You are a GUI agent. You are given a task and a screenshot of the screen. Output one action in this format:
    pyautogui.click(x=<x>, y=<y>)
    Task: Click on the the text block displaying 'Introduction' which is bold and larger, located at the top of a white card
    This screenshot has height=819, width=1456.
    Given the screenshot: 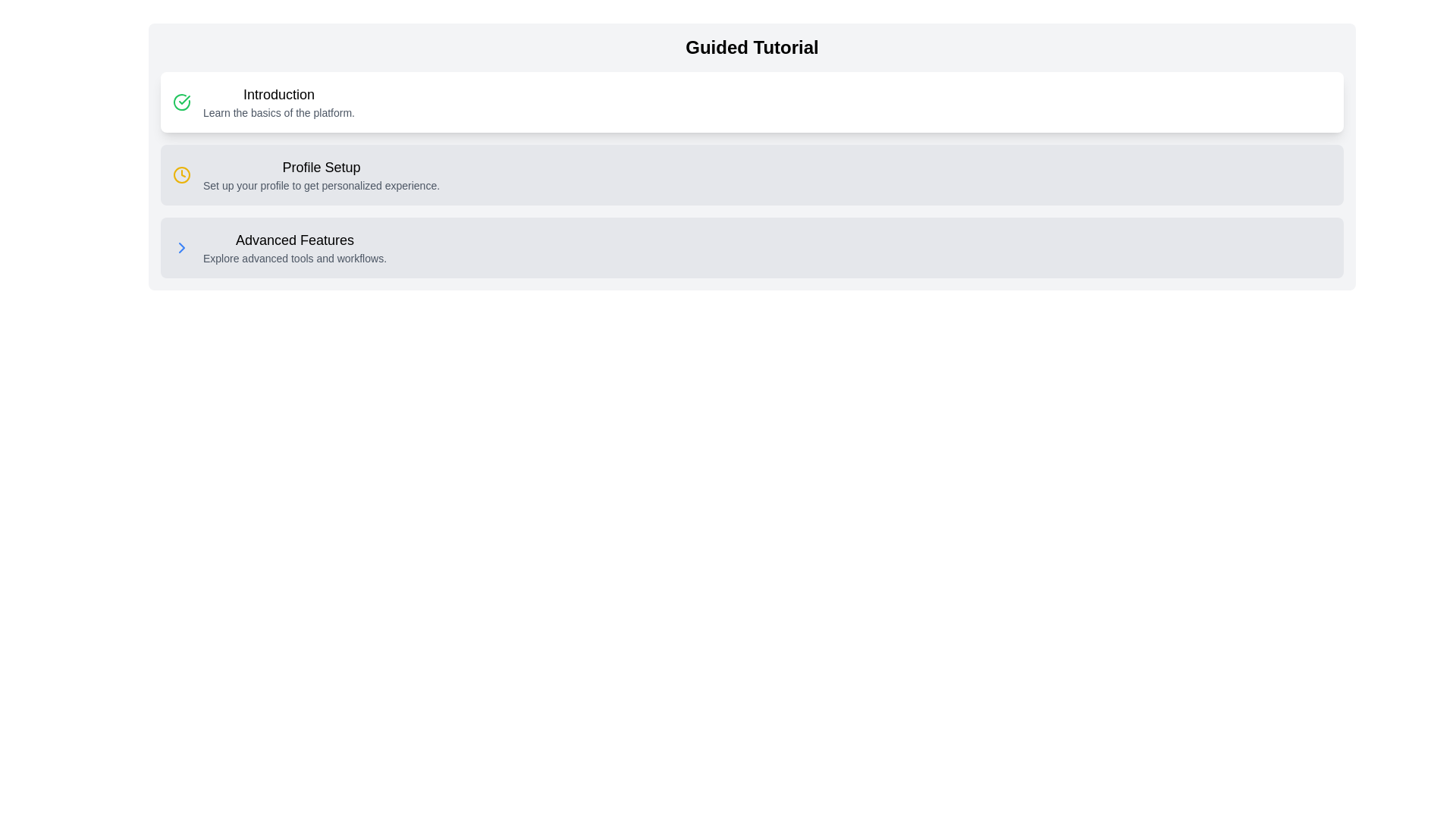 What is the action you would take?
    pyautogui.click(x=279, y=102)
    